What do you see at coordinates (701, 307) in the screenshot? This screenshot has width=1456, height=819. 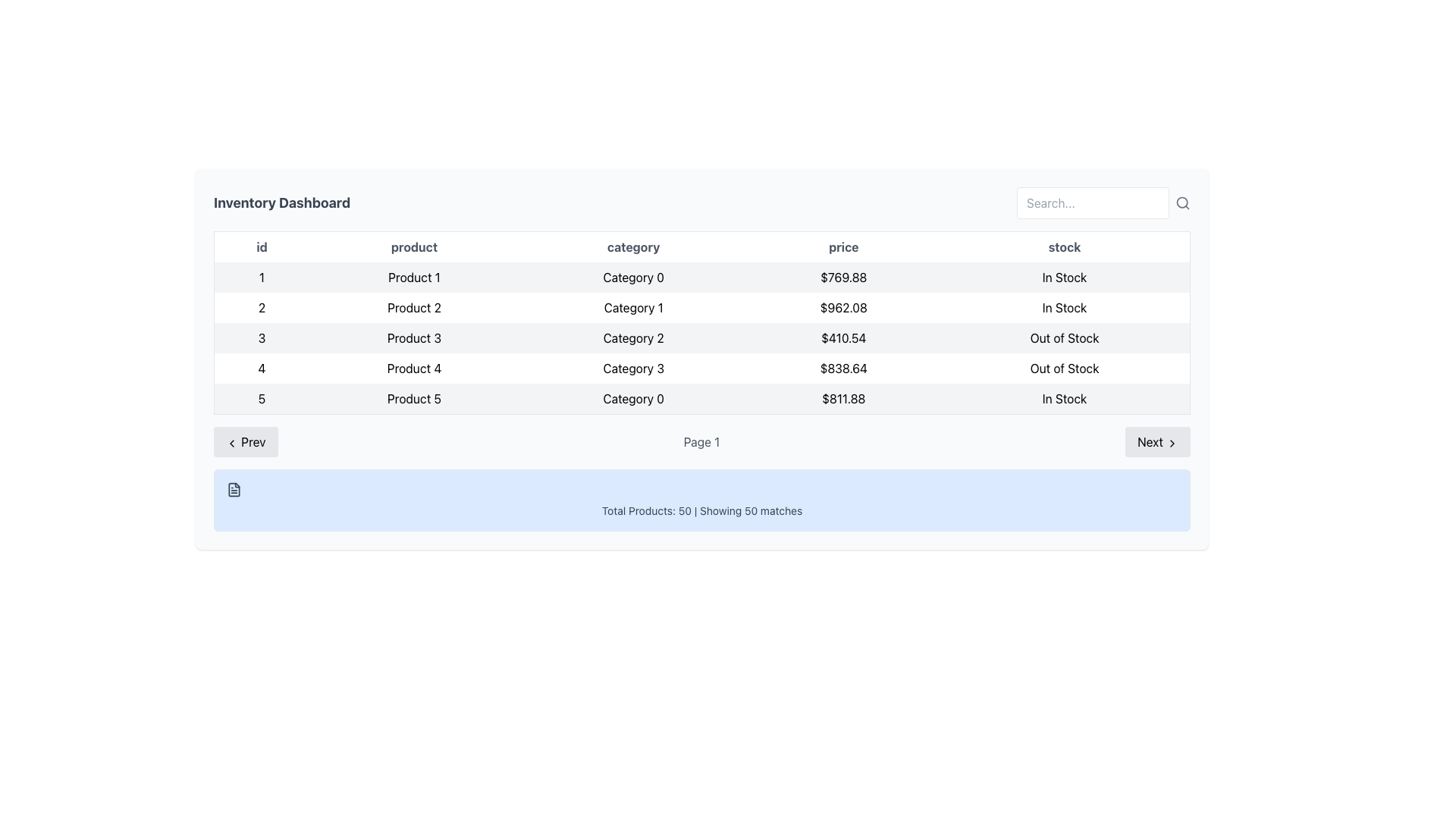 I see `the second row of the data table, which displays product information including ID, name, category, price, and stock status` at bounding box center [701, 307].